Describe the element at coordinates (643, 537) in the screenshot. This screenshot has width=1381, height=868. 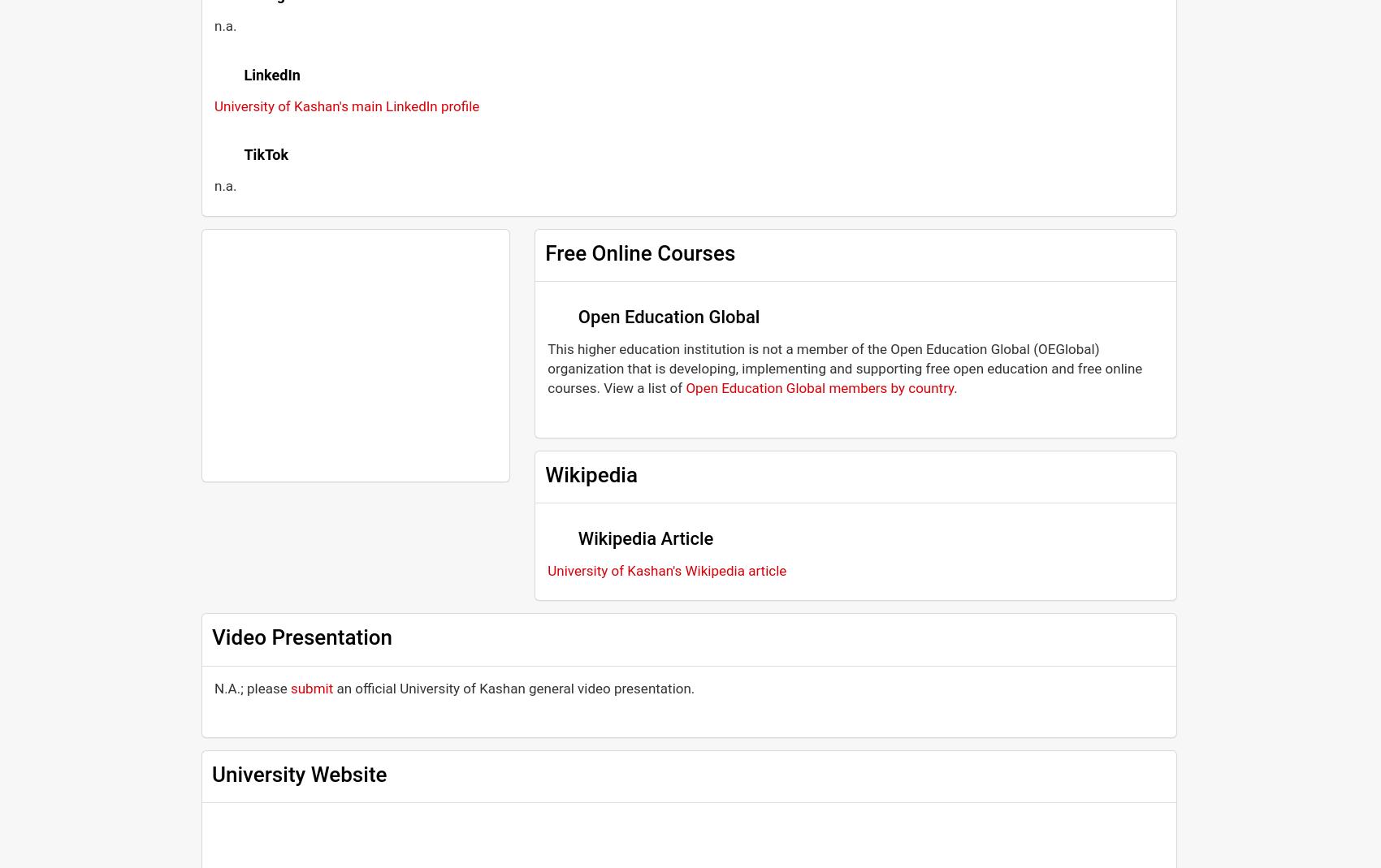
I see `'Wikipedia Article'` at that location.